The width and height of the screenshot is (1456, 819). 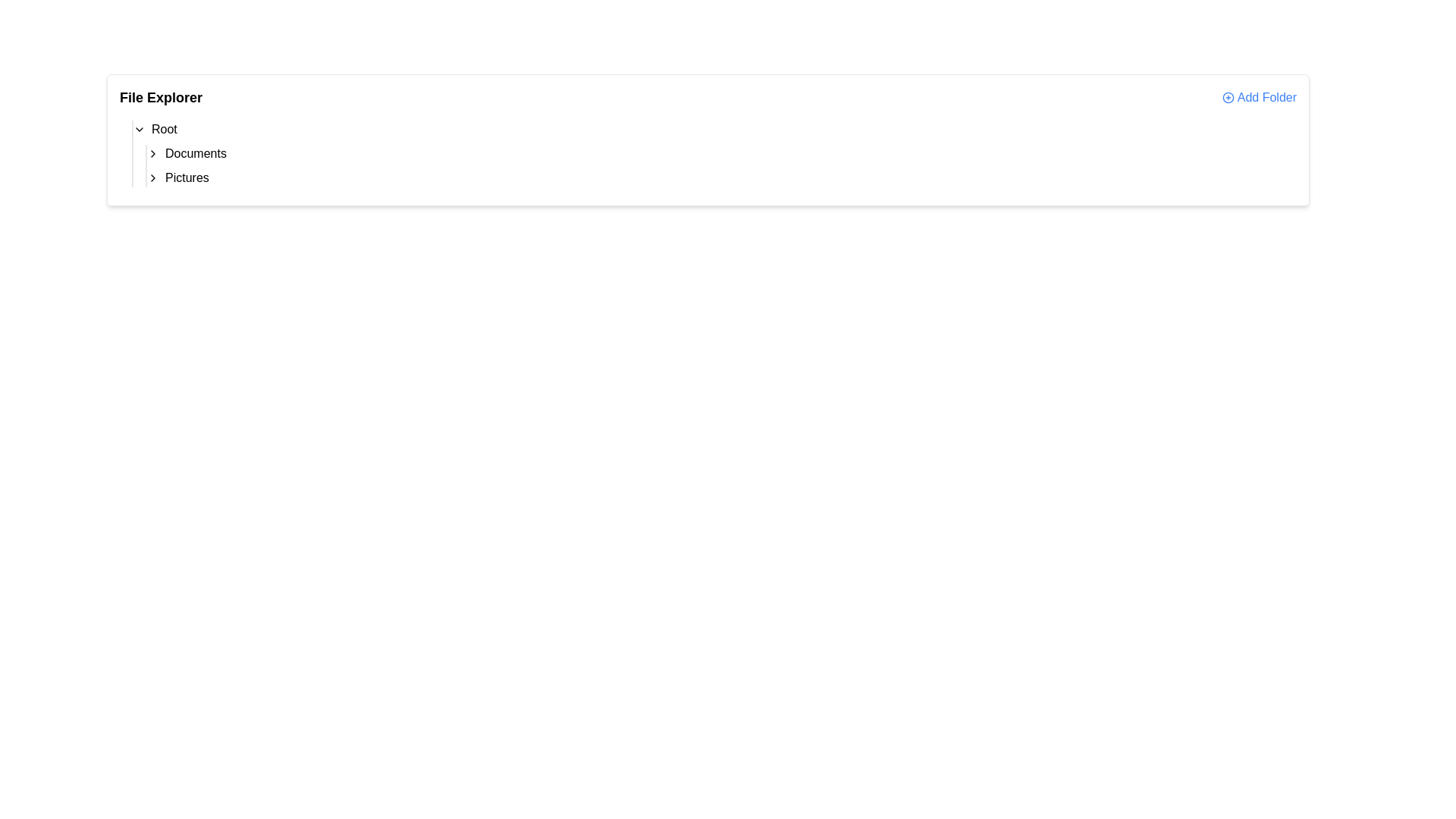 I want to click on the label for the root directory in the File Explorer section to initiate a tooltip or highlight, so click(x=164, y=128).